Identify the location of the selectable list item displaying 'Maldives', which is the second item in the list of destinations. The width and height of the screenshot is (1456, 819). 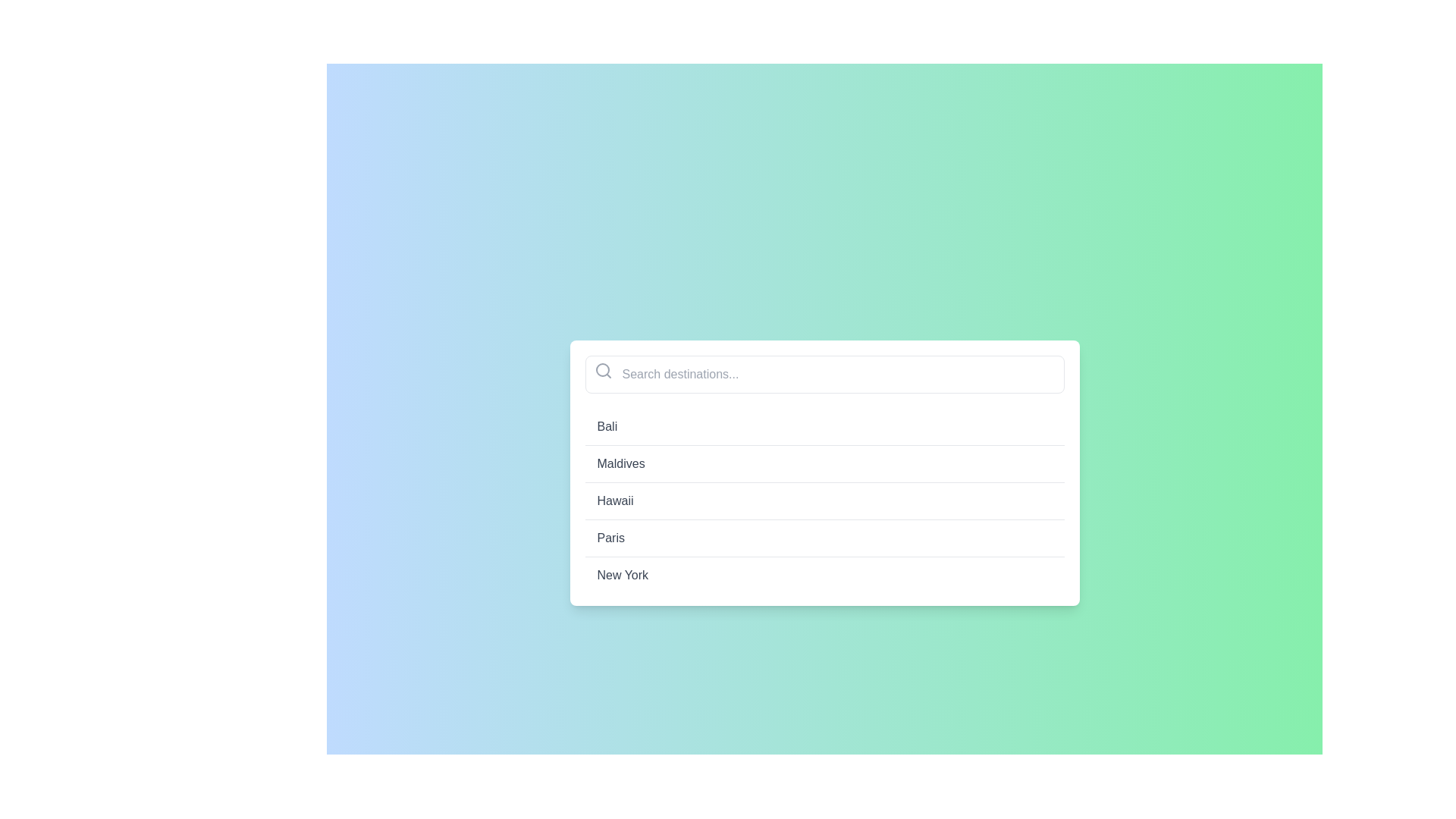
(824, 472).